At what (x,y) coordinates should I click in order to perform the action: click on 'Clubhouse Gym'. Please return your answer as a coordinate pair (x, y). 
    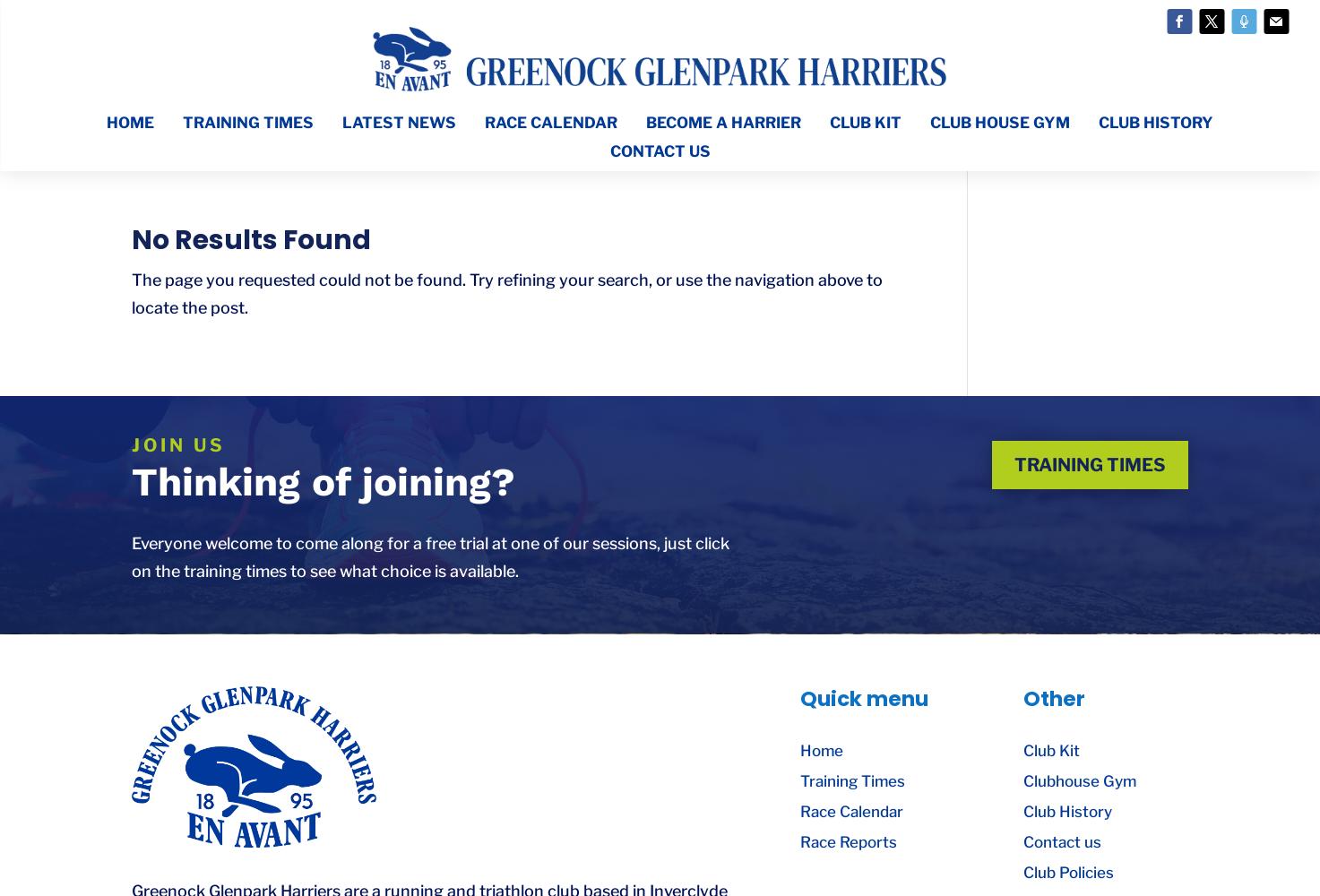
    Looking at the image, I should click on (1078, 780).